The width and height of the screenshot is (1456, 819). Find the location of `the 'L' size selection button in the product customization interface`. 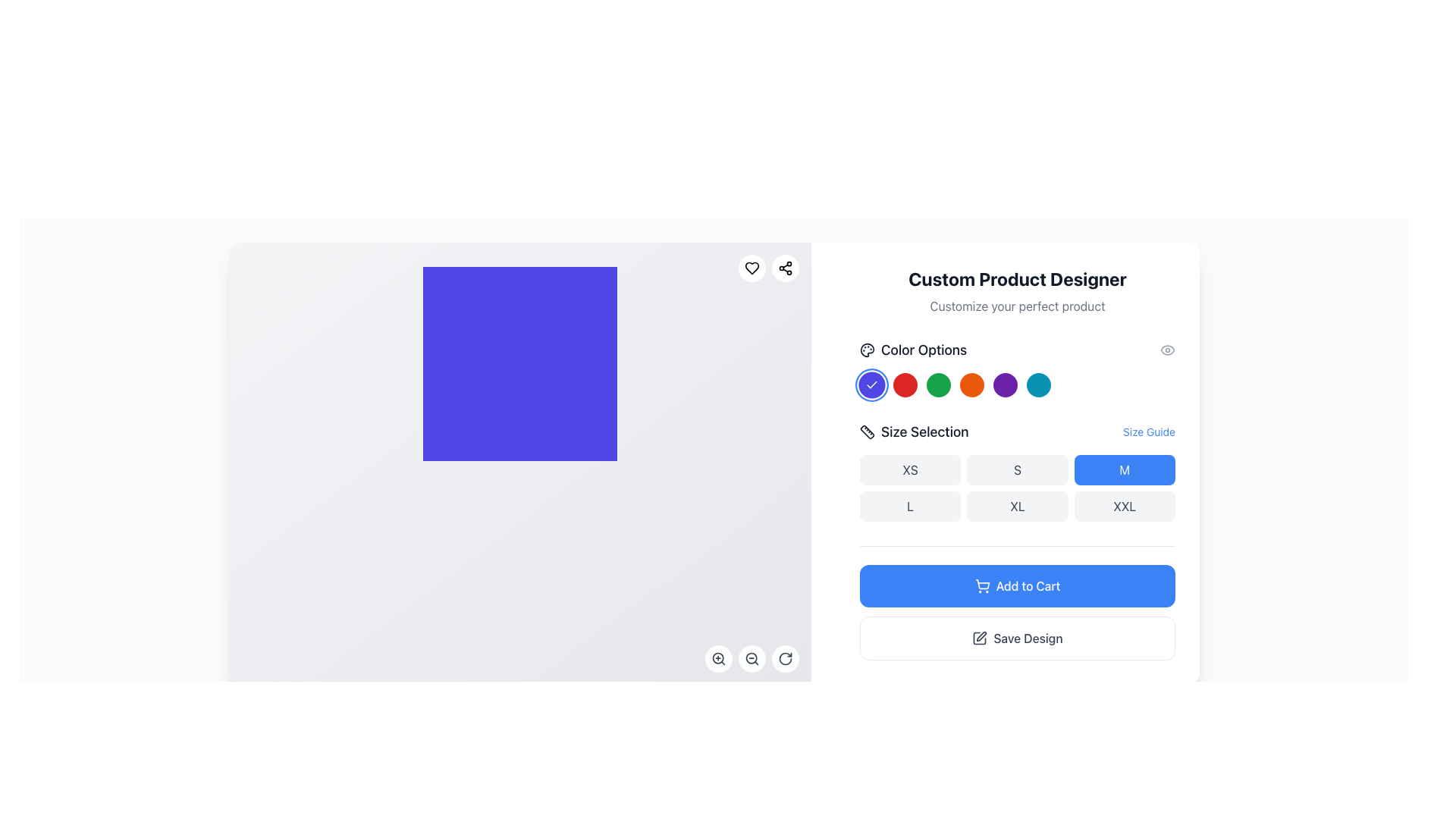

the 'L' size selection button in the product customization interface is located at coordinates (910, 506).